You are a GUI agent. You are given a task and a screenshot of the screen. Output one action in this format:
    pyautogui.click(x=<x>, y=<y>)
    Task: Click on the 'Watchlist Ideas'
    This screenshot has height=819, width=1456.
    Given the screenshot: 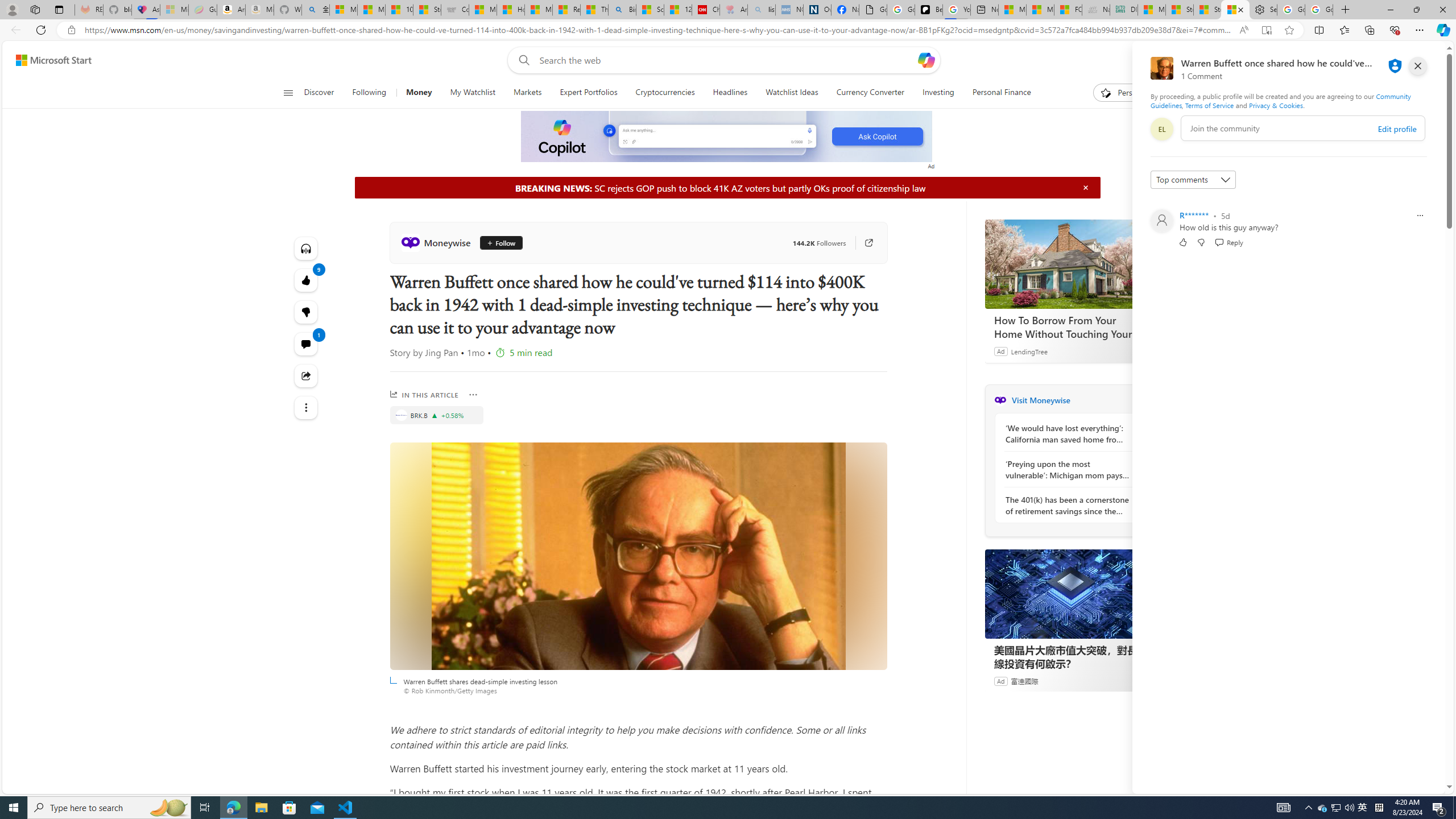 What is the action you would take?
    pyautogui.click(x=791, y=92)
    